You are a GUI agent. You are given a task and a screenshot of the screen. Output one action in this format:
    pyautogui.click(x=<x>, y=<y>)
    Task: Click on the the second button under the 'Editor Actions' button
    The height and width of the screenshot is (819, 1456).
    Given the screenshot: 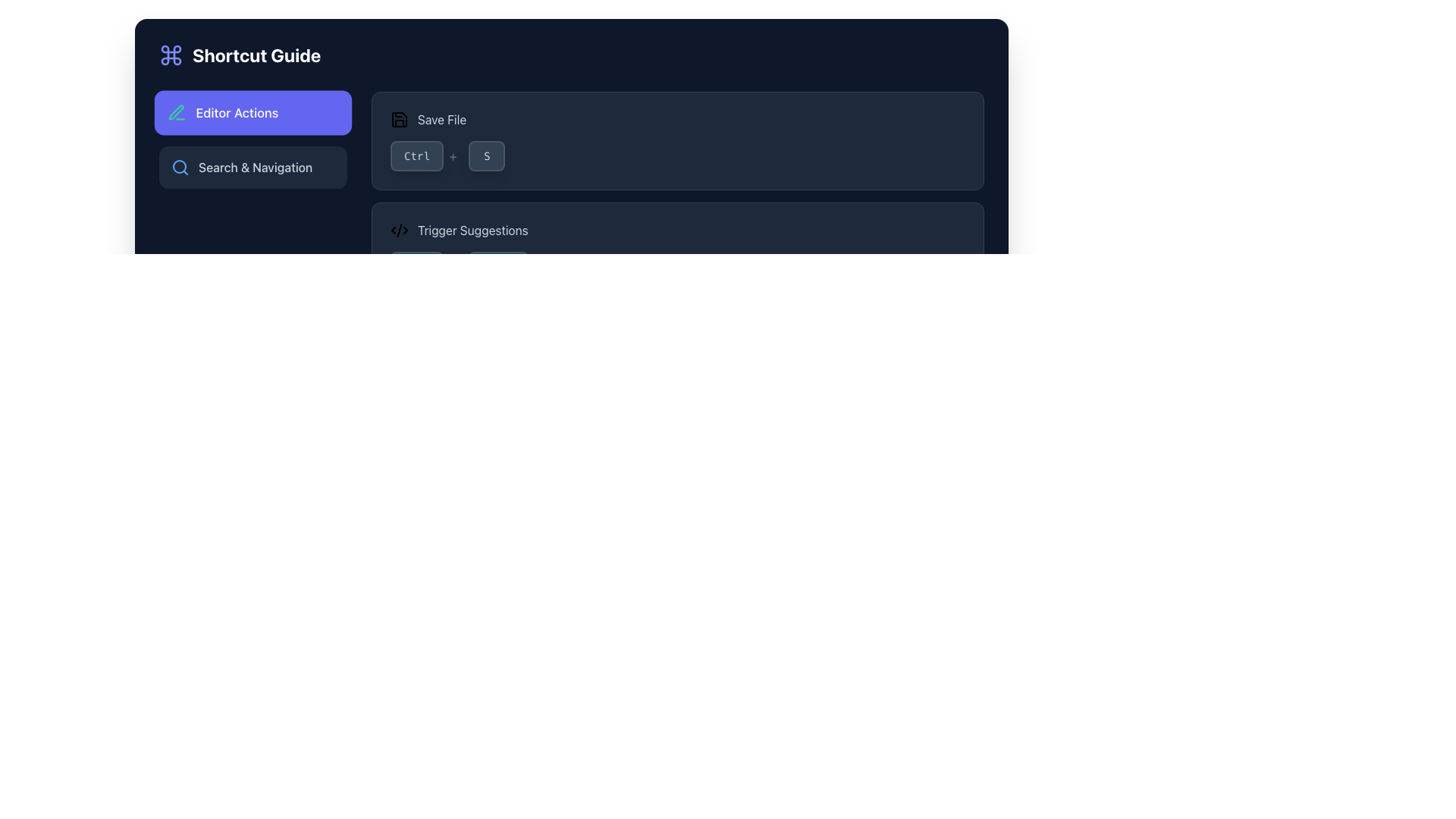 What is the action you would take?
    pyautogui.click(x=253, y=167)
    